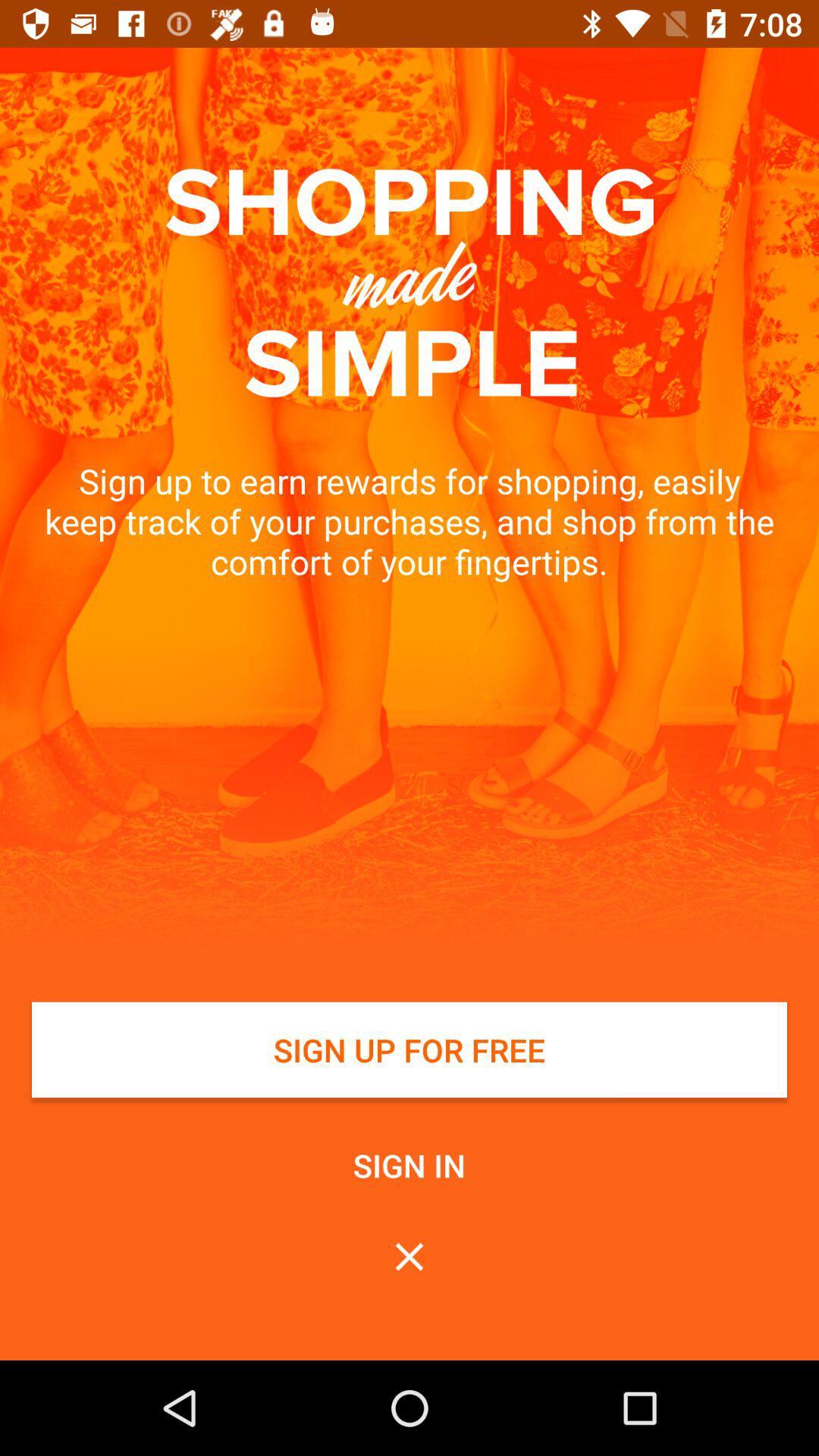  Describe the element at coordinates (409, 1257) in the screenshot. I see `the box below sign in` at that location.